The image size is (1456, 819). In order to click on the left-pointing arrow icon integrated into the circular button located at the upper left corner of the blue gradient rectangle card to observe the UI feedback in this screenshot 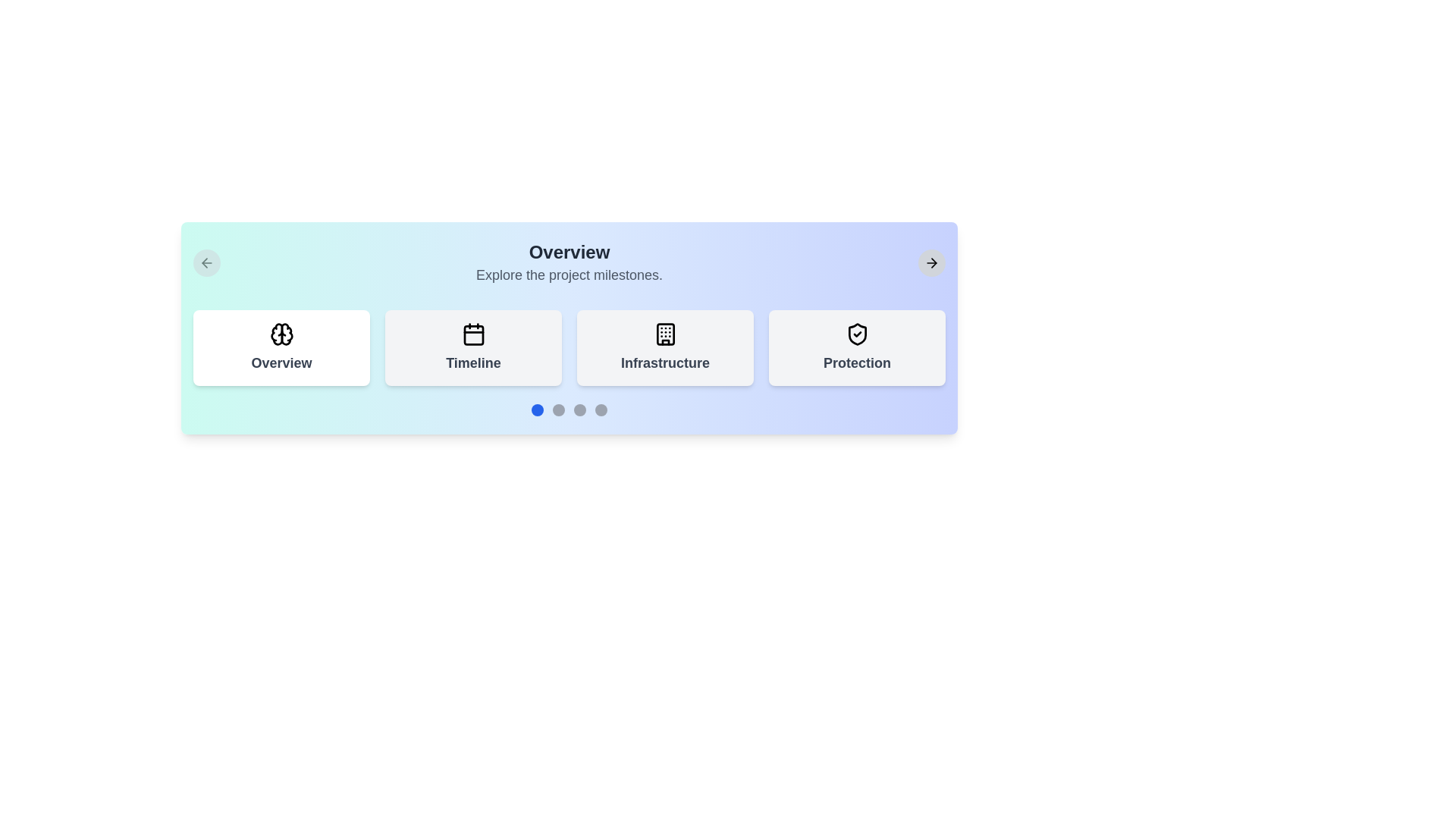, I will do `click(206, 262)`.